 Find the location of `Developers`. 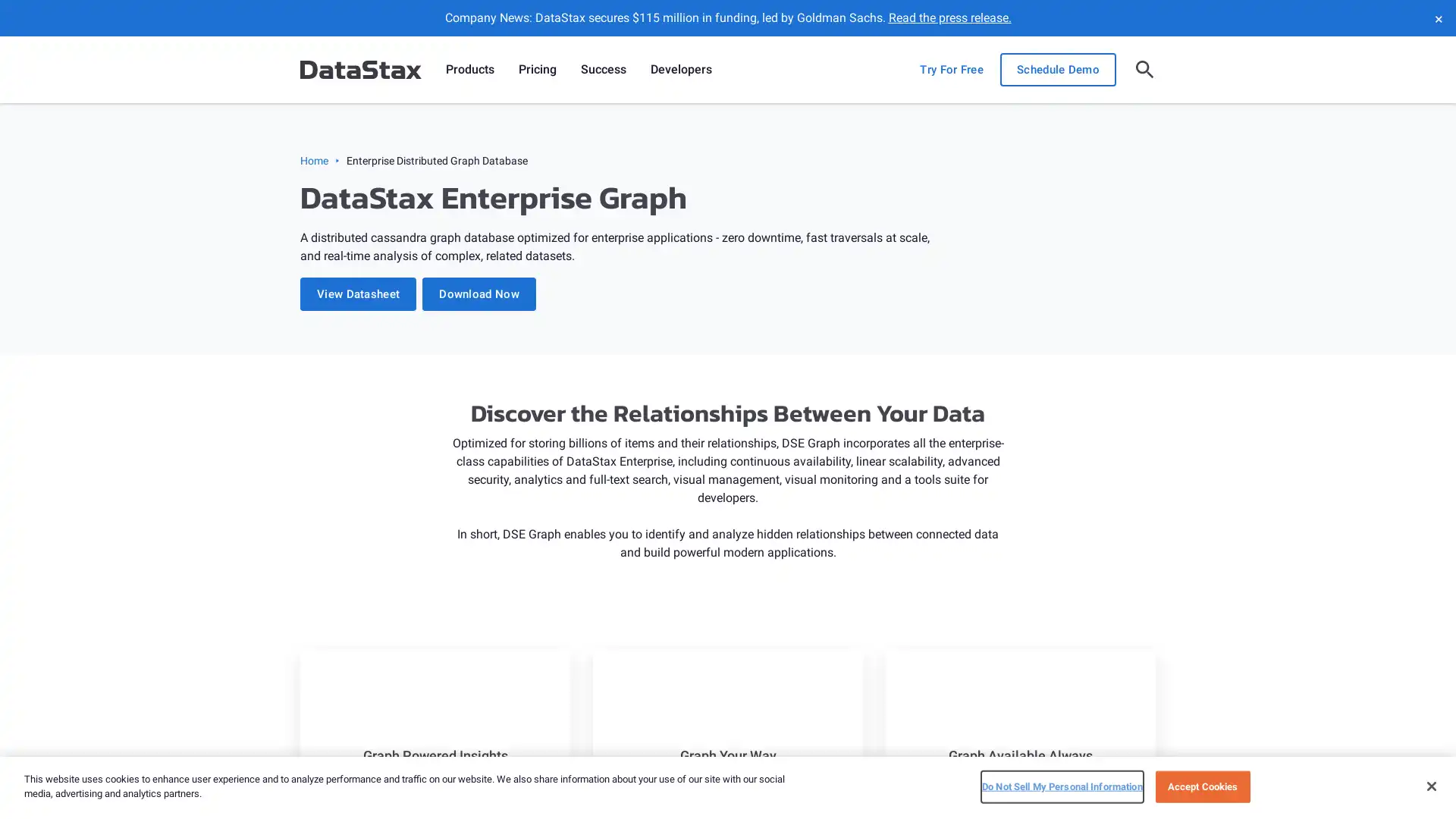

Developers is located at coordinates (680, 70).